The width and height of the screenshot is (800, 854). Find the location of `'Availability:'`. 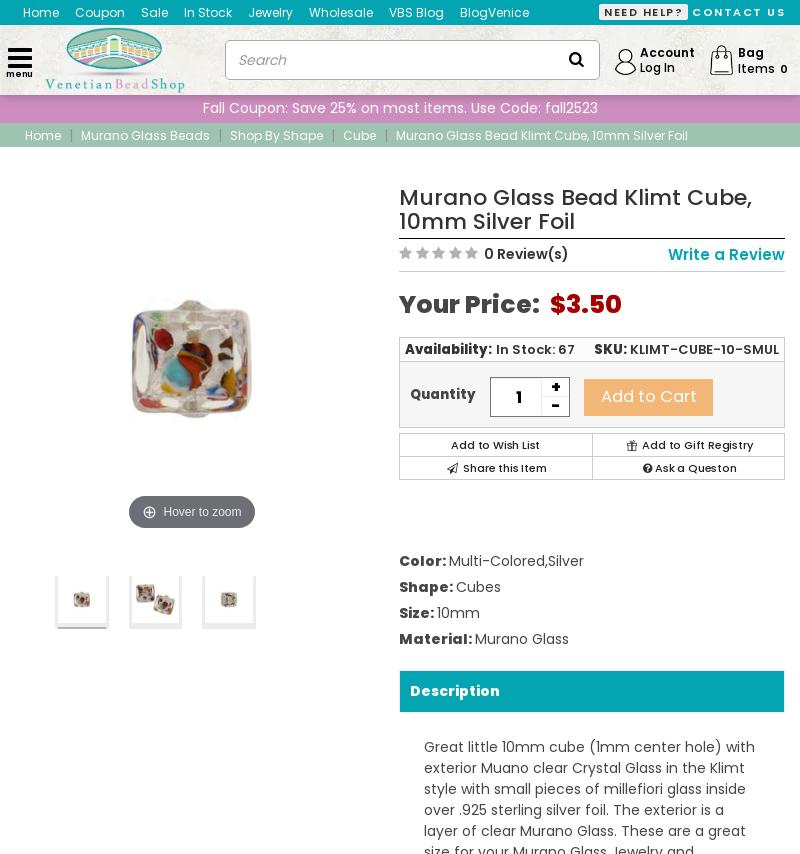

'Availability:' is located at coordinates (447, 349).